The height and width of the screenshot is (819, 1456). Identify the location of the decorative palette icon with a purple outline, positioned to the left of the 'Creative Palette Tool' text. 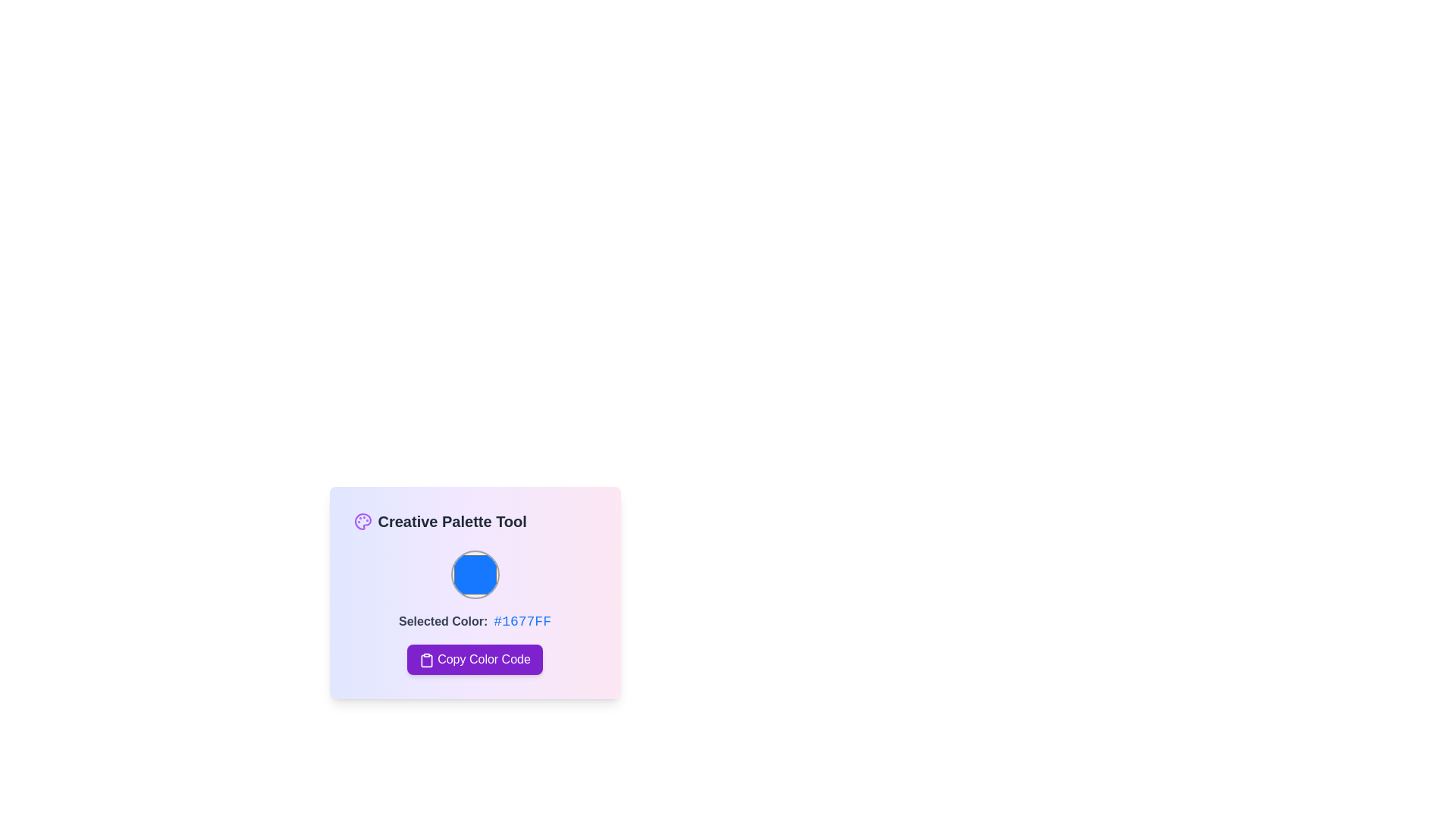
(362, 520).